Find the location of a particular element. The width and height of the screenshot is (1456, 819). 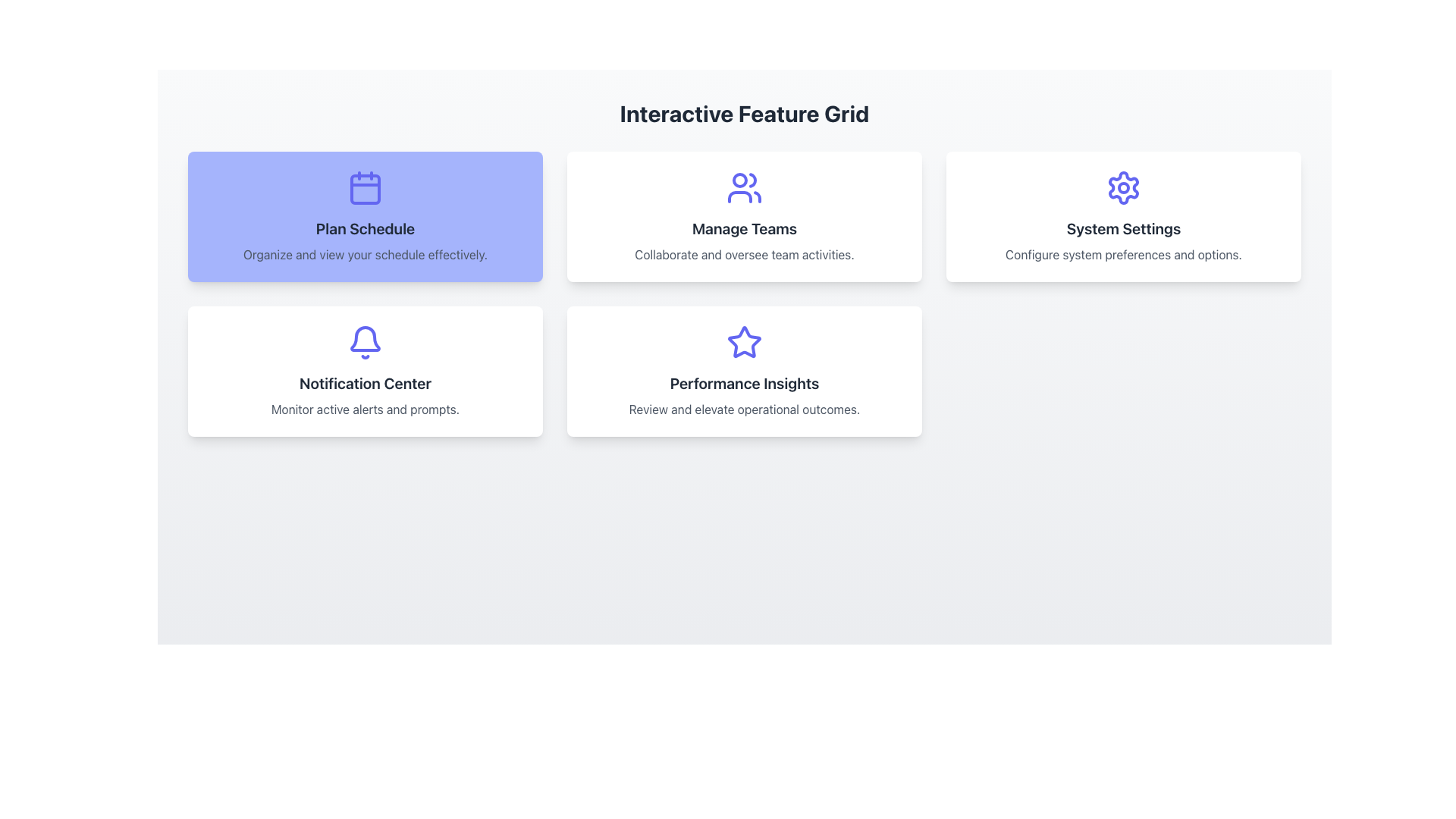

the text label reading 'Configure system preferences and options' located in the 'System Settings' section, positioned at the bottom center beneath the 'System Settings' title is located at coordinates (1124, 253).